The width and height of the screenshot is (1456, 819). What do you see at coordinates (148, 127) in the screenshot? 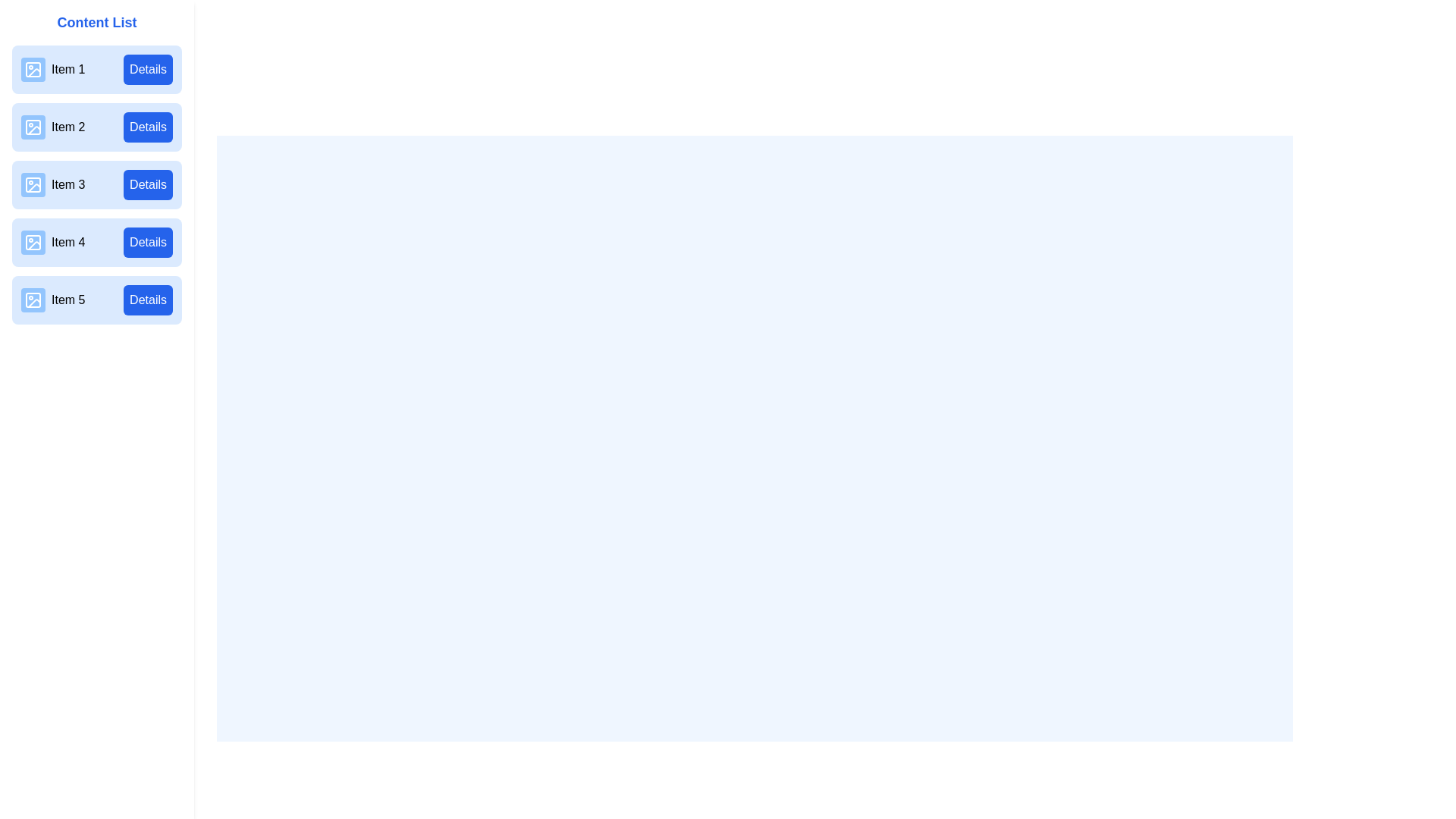
I see `the blue rectangular button with white 'Details' text, which is located to the right of 'Item 2' in the second row of the list` at bounding box center [148, 127].